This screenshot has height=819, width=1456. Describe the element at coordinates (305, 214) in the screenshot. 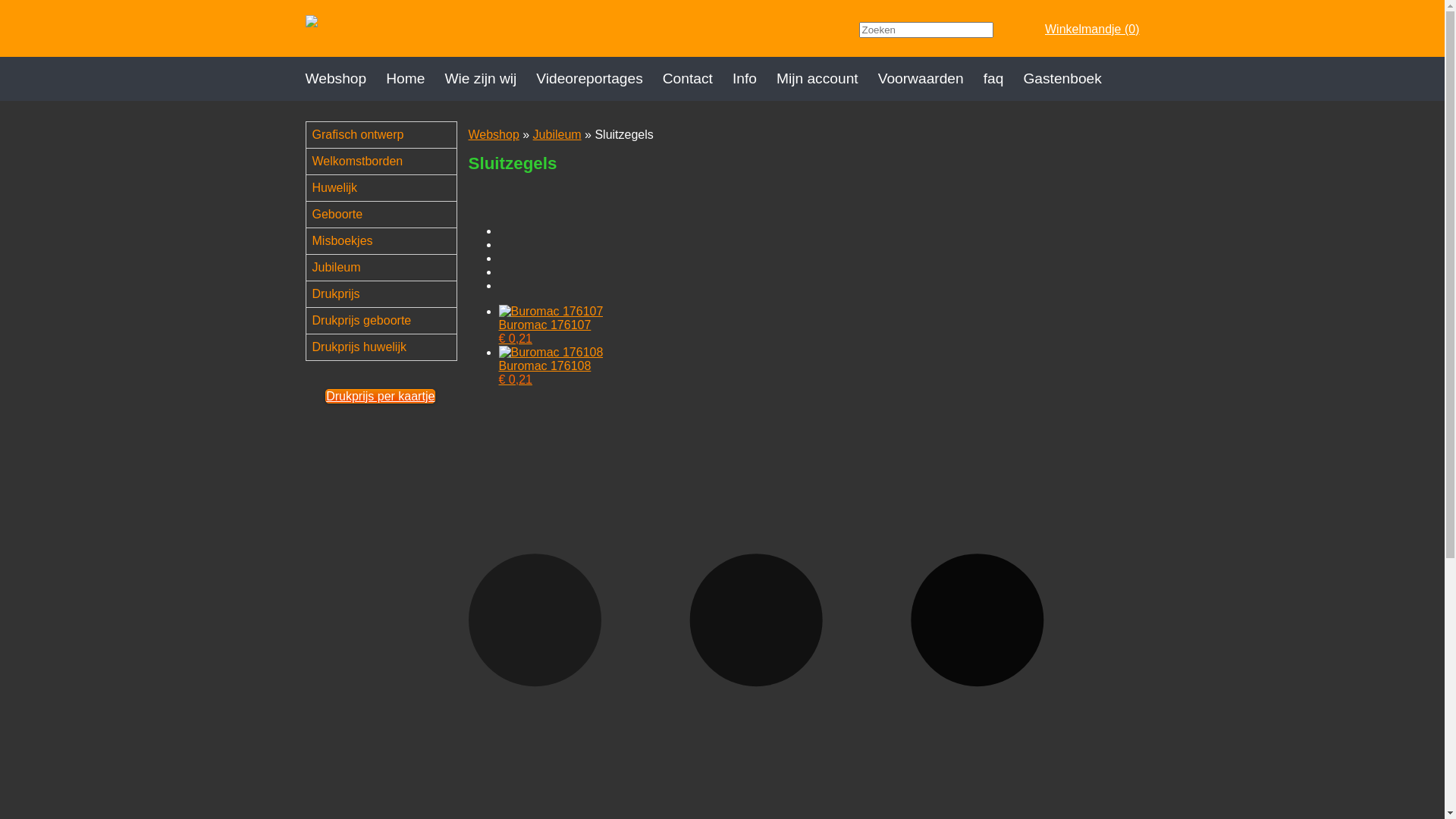

I see `'Geboorte'` at that location.